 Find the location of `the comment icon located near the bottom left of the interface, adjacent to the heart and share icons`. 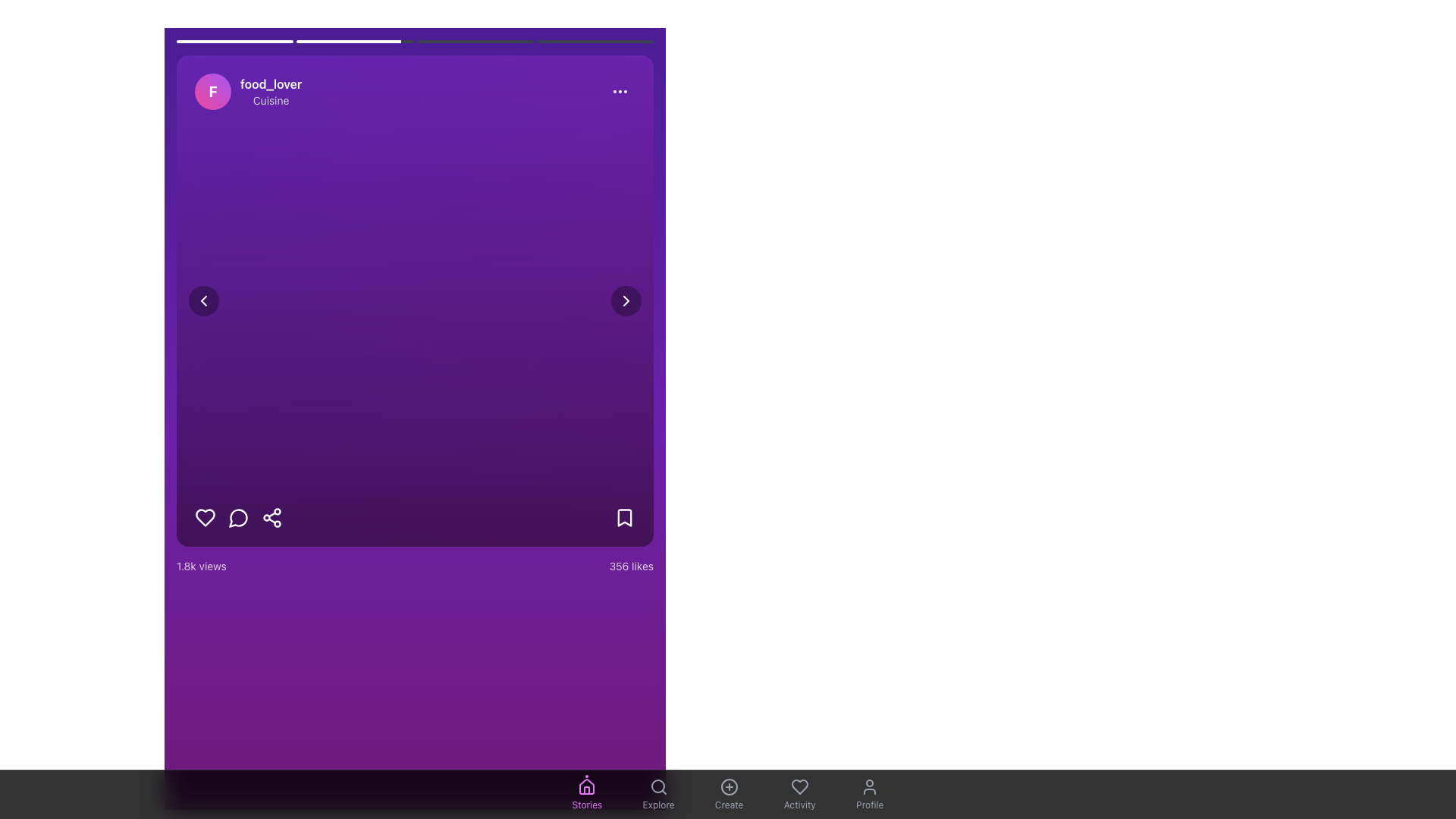

the comment icon located near the bottom left of the interface, adjacent to the heart and share icons is located at coordinates (237, 517).